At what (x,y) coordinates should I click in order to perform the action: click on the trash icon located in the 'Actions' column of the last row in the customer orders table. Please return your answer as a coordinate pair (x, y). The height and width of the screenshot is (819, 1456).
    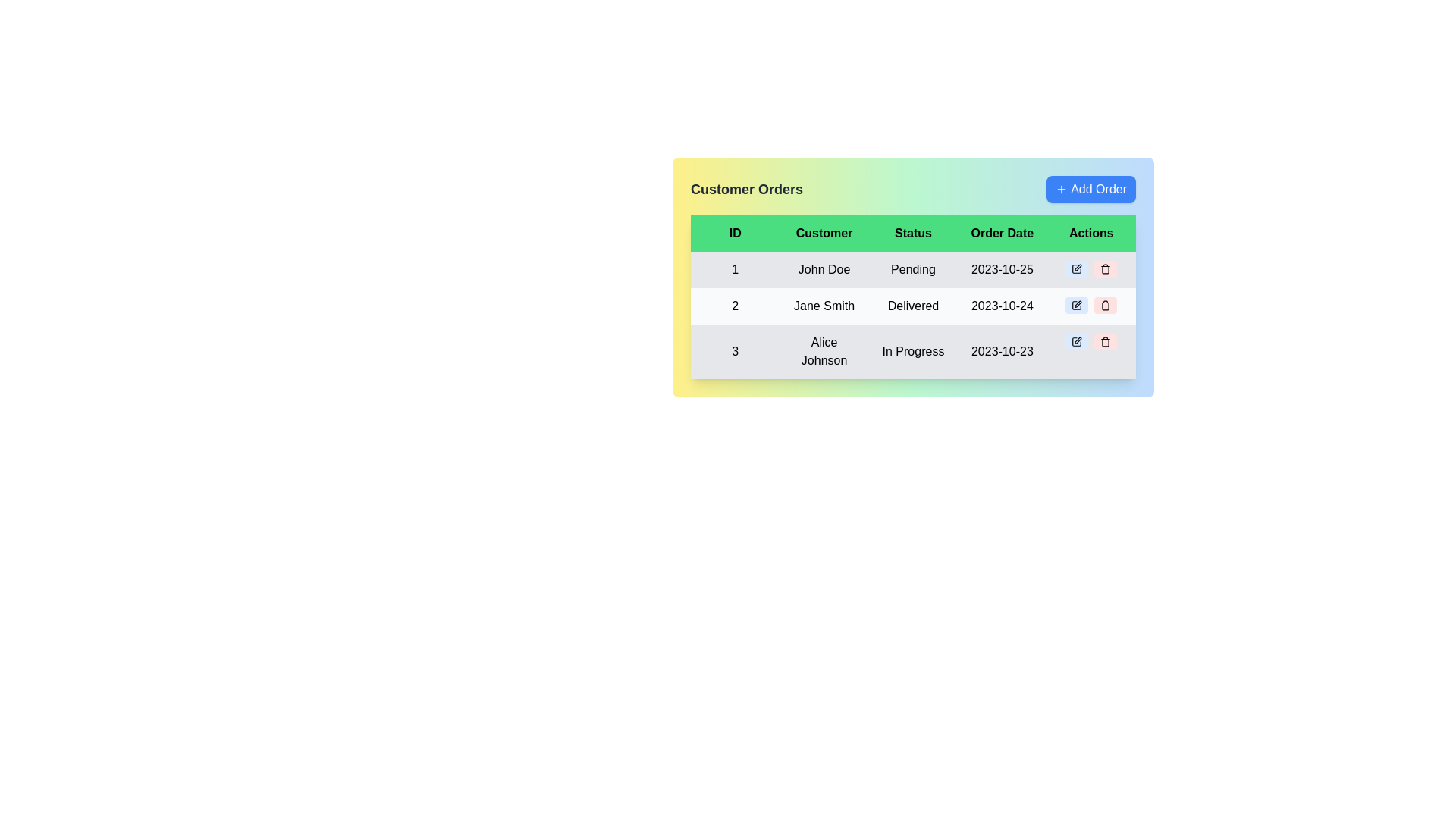
    Looking at the image, I should click on (1106, 343).